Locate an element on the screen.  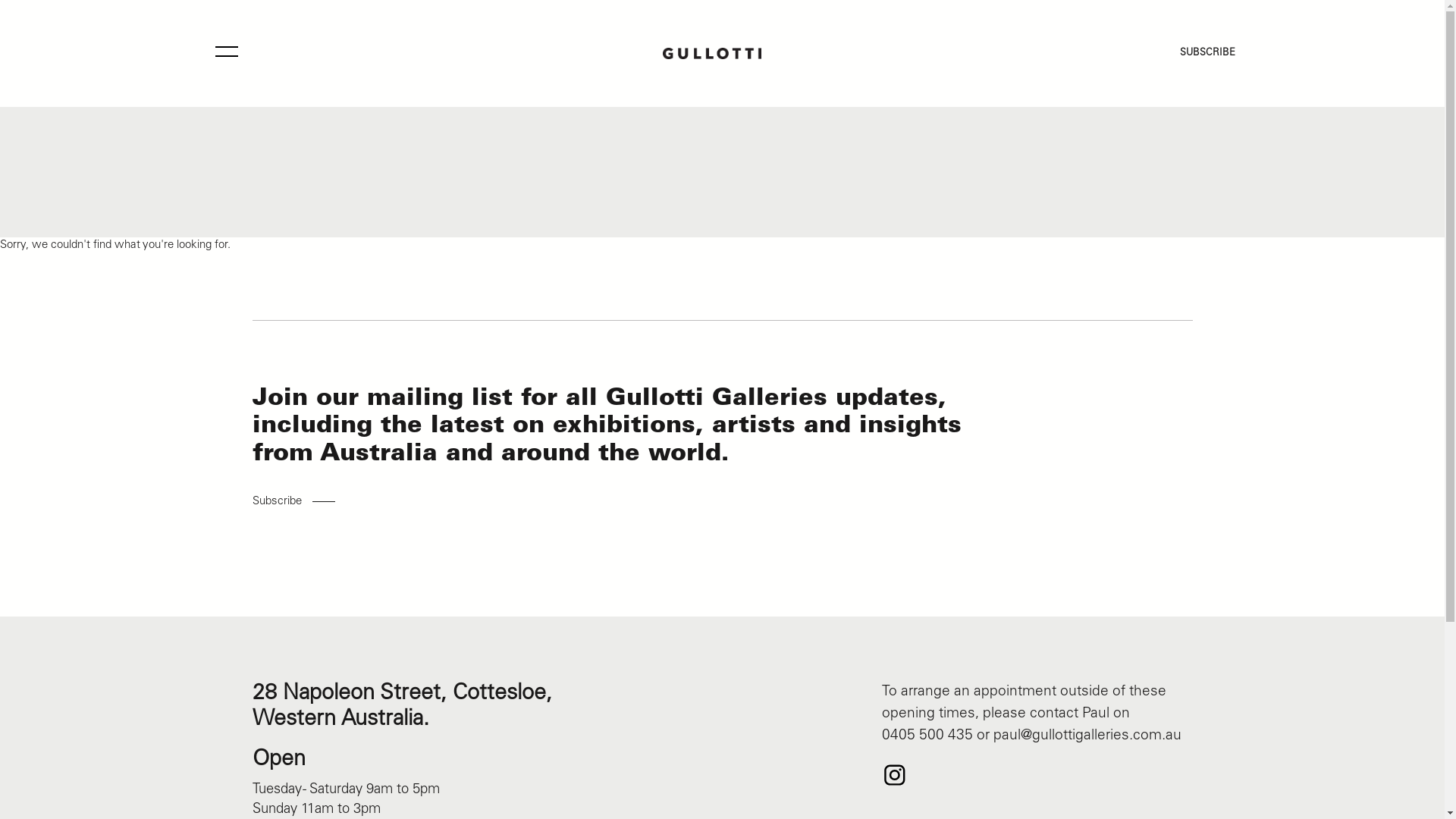
'SUBSCRIBE' is located at coordinates (1207, 52).